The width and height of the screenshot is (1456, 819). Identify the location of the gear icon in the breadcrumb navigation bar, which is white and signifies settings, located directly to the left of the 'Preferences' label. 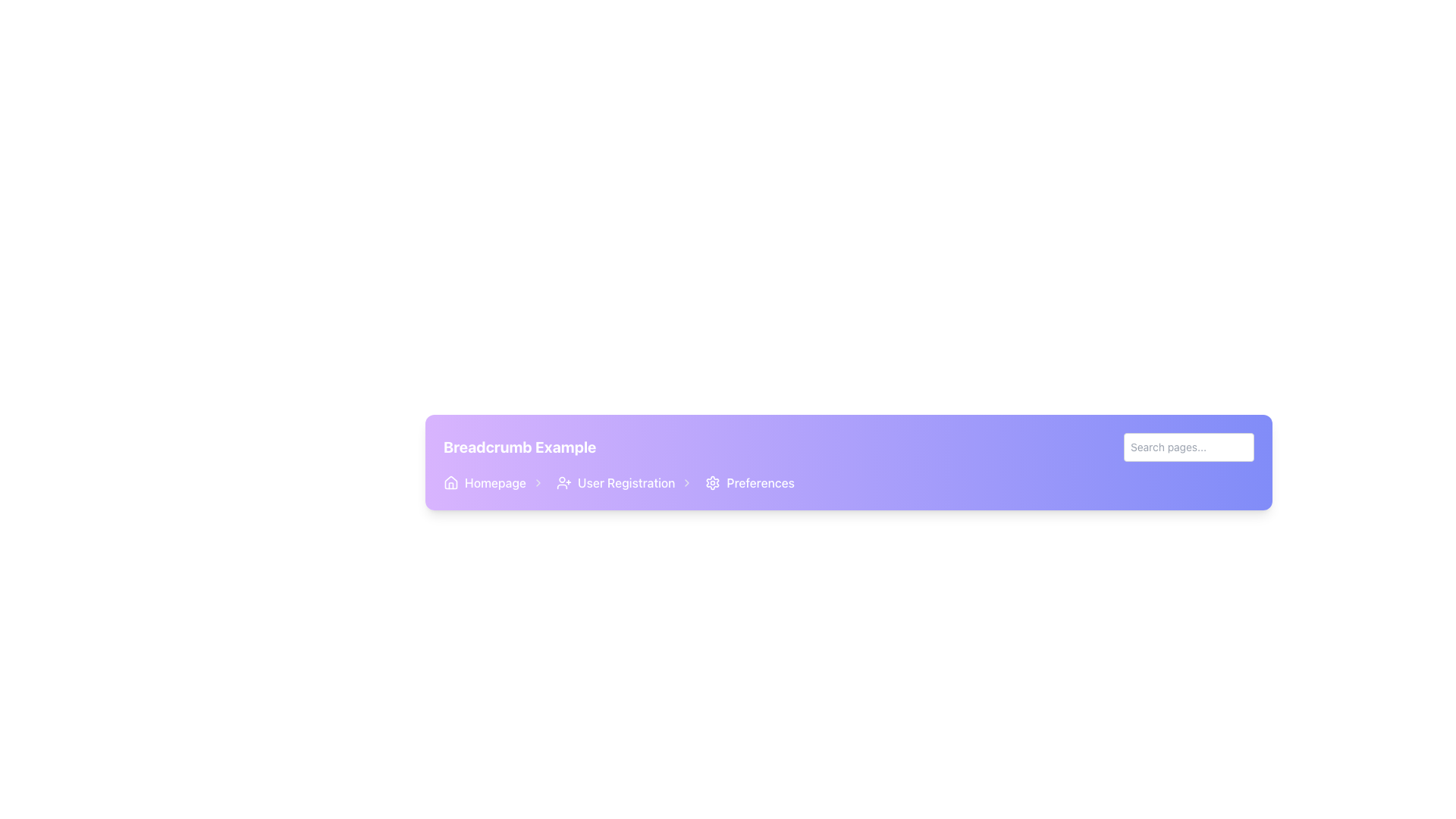
(712, 482).